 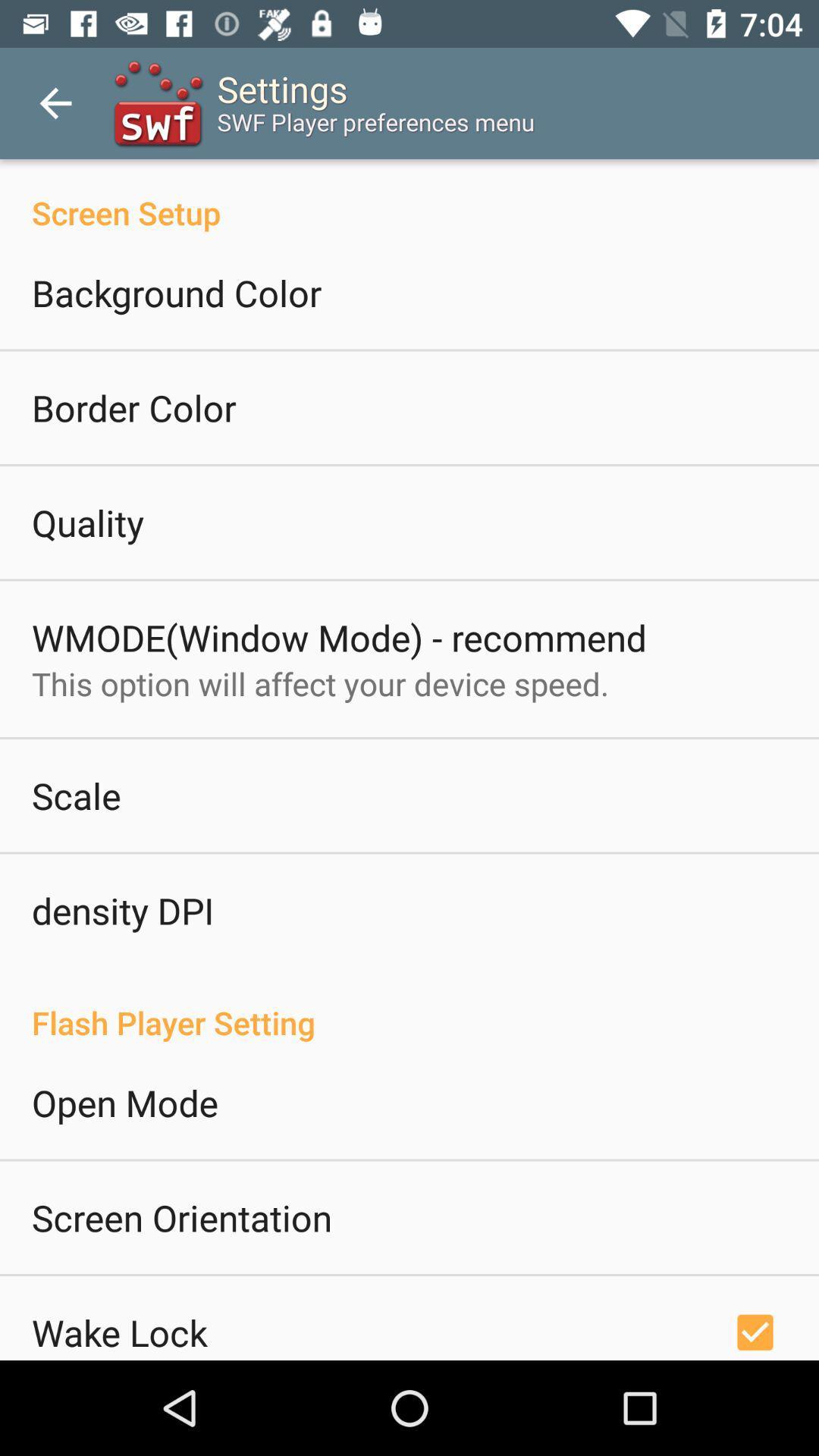 What do you see at coordinates (409, 196) in the screenshot?
I see `the item above the background color item` at bounding box center [409, 196].